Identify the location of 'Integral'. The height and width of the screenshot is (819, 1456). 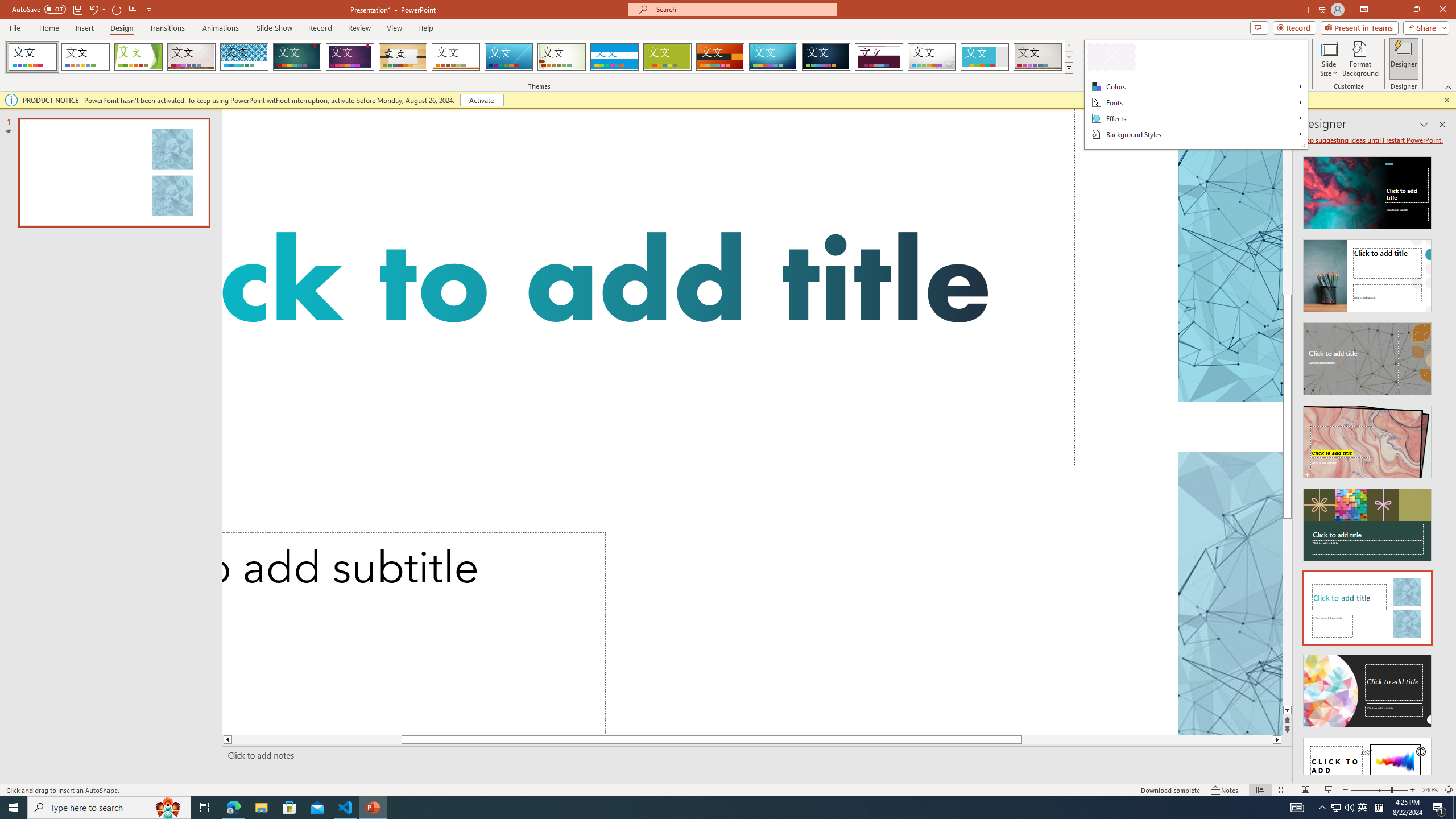
(244, 56).